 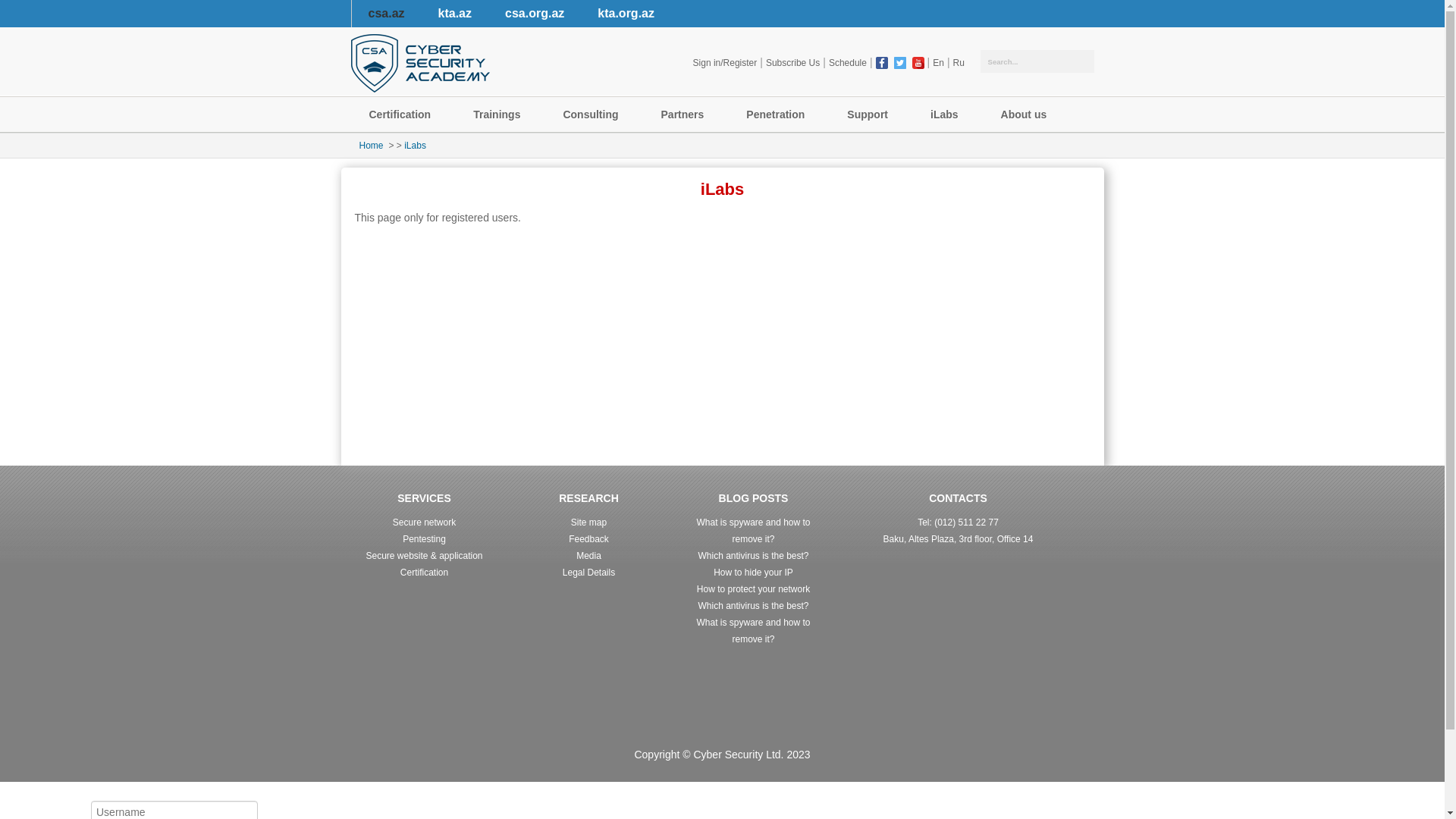 I want to click on 'Feedback', so click(x=567, y=538).